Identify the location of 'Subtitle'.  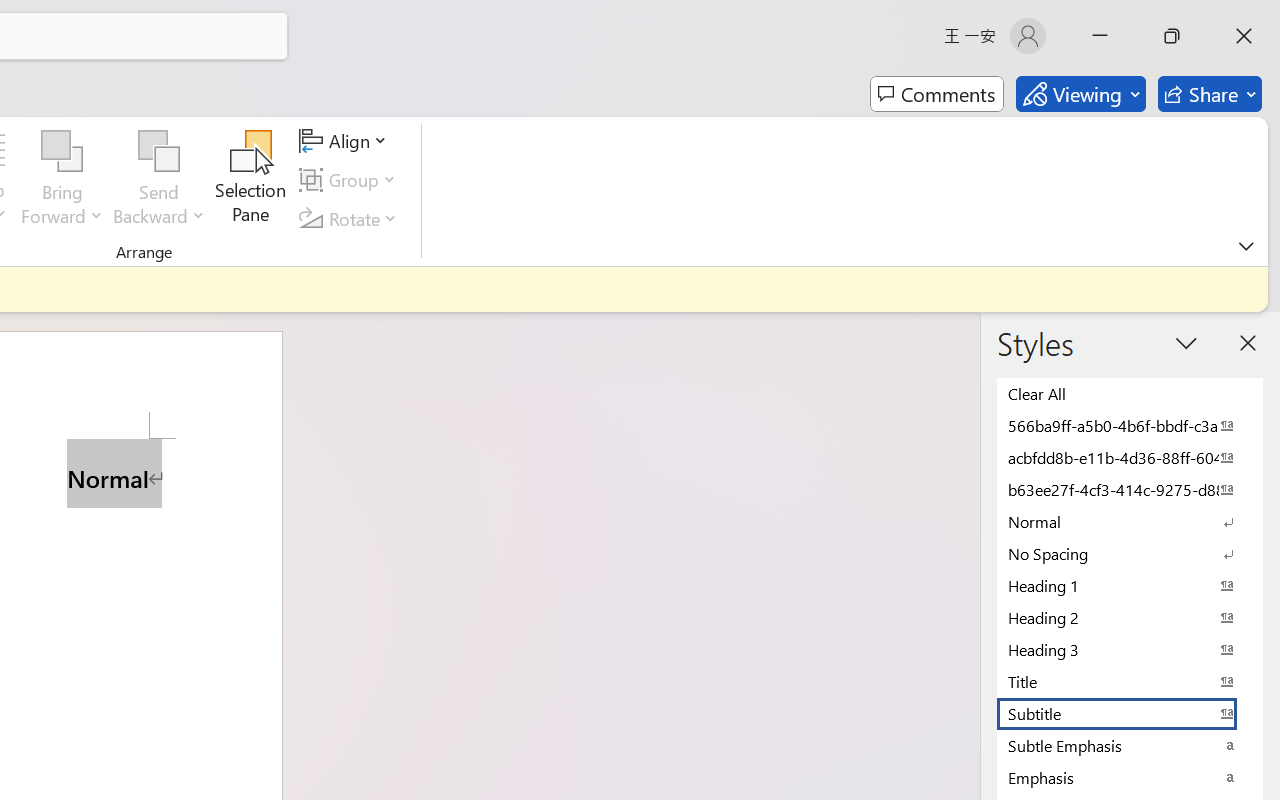
(1130, 712).